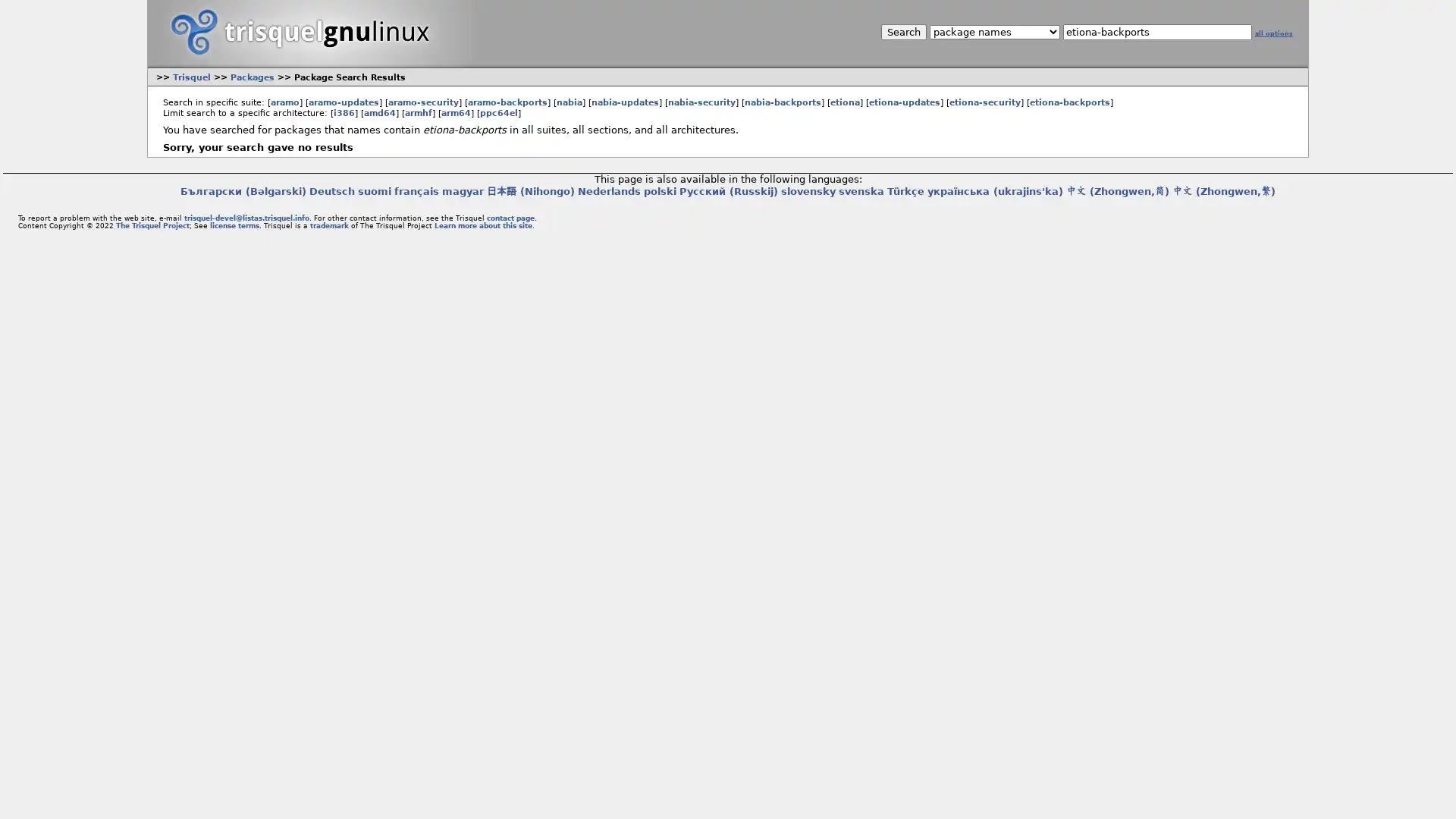 The width and height of the screenshot is (1456, 819). I want to click on Search, so click(902, 32).